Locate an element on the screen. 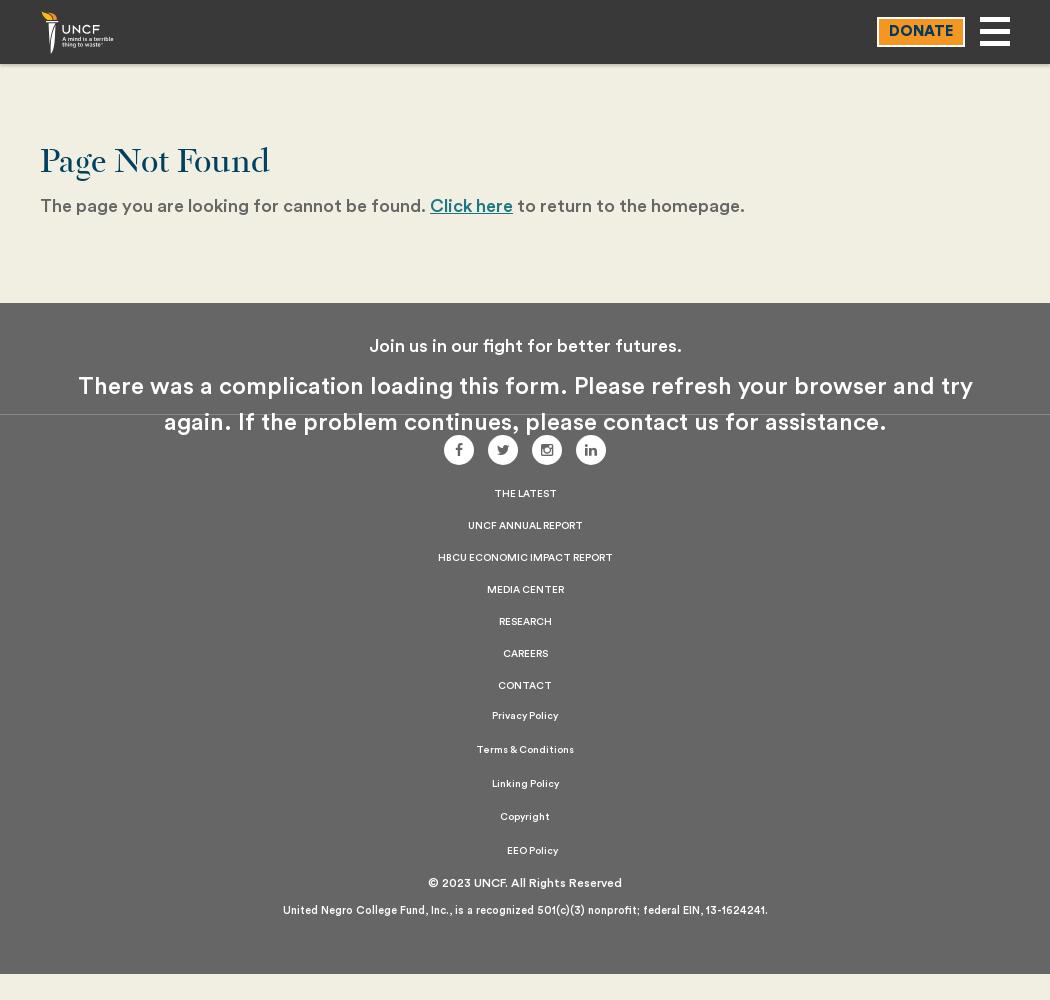 The height and width of the screenshot is (1000, 1050). 'There was a complication loading this form. Please refresh your browser and try again. If the problem continues, please contact us for assistance.' is located at coordinates (523, 405).